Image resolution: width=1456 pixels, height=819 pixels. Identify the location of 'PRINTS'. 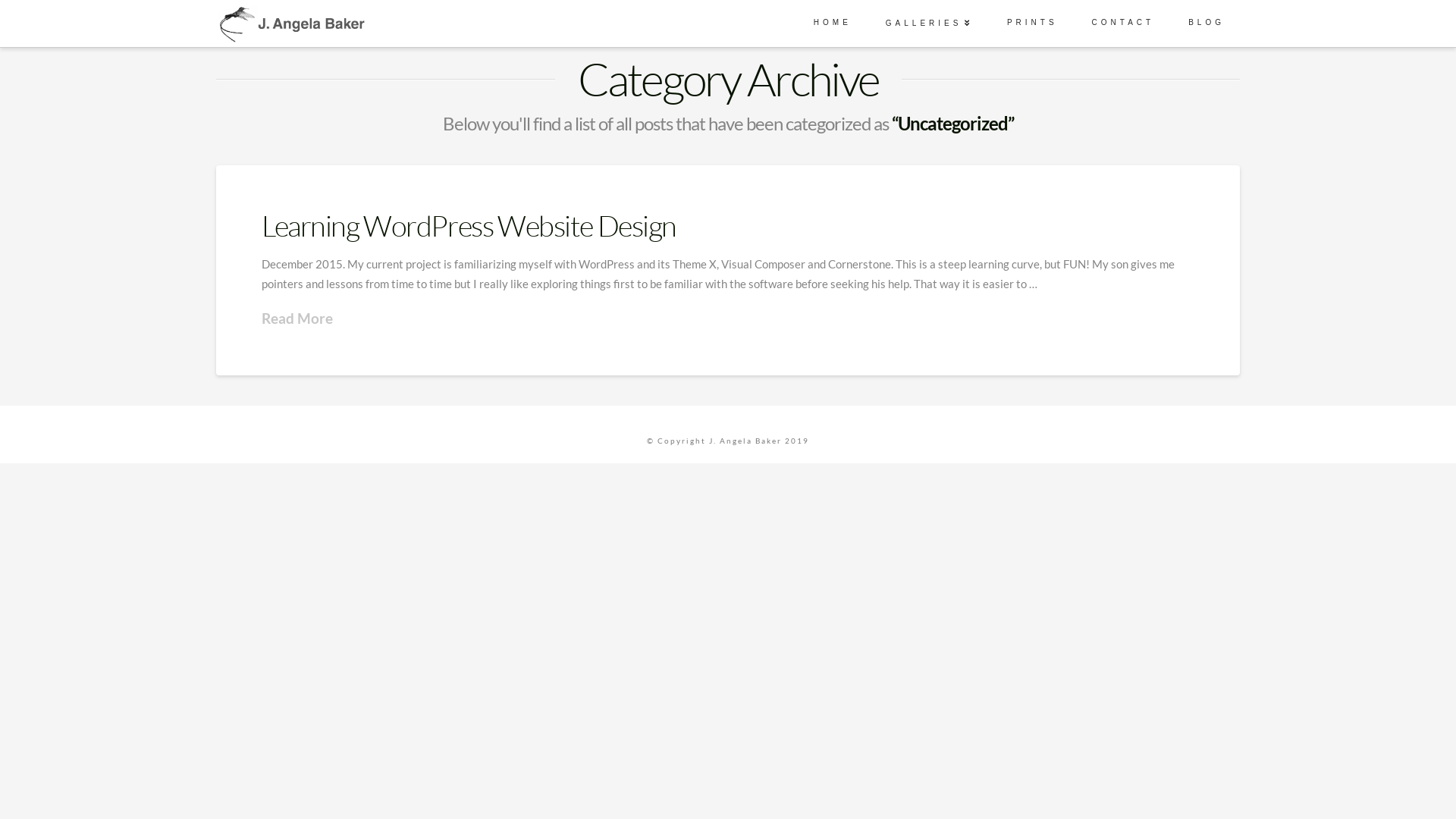
(1030, 14).